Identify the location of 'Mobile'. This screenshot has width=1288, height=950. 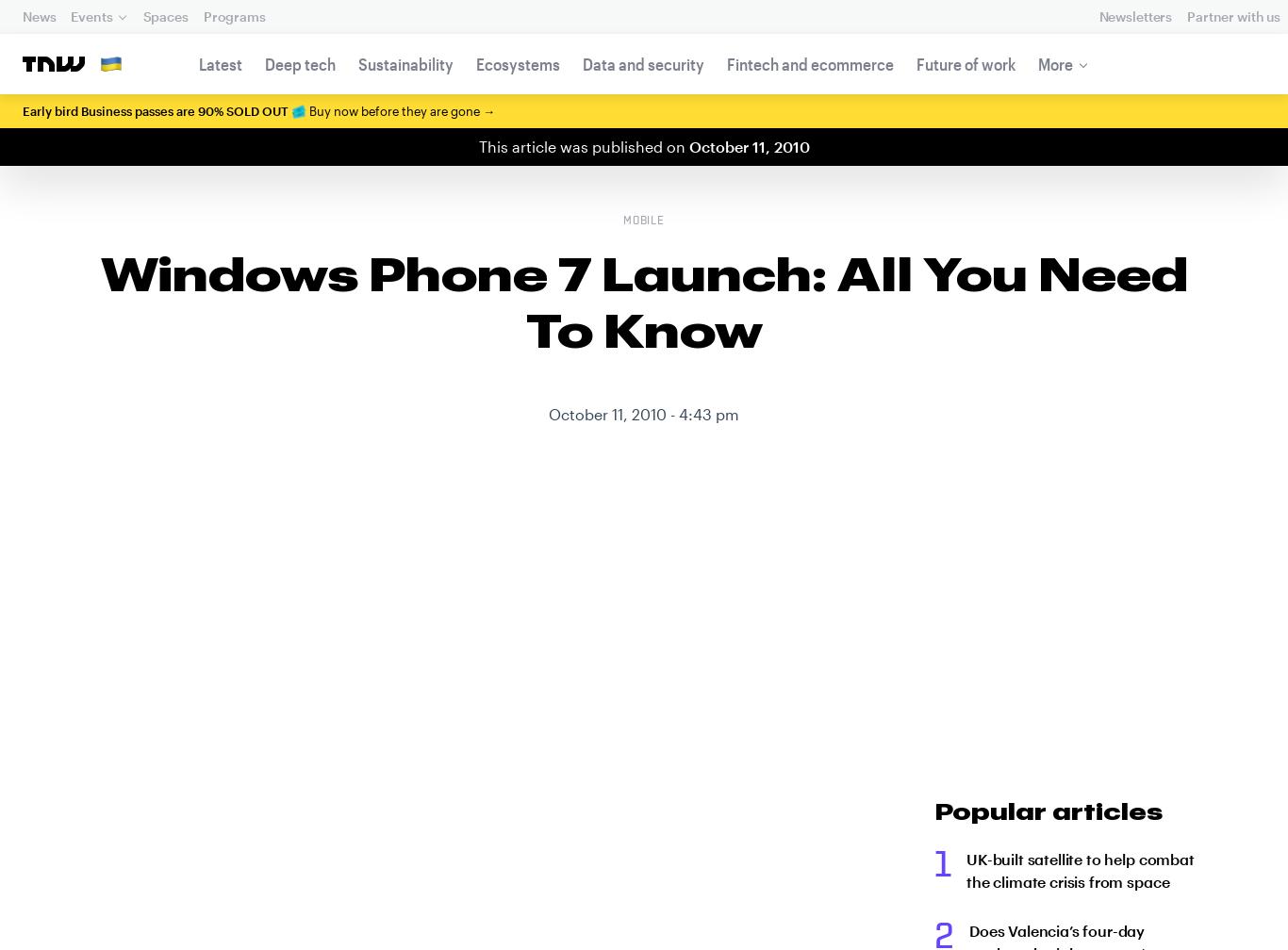
(642, 221).